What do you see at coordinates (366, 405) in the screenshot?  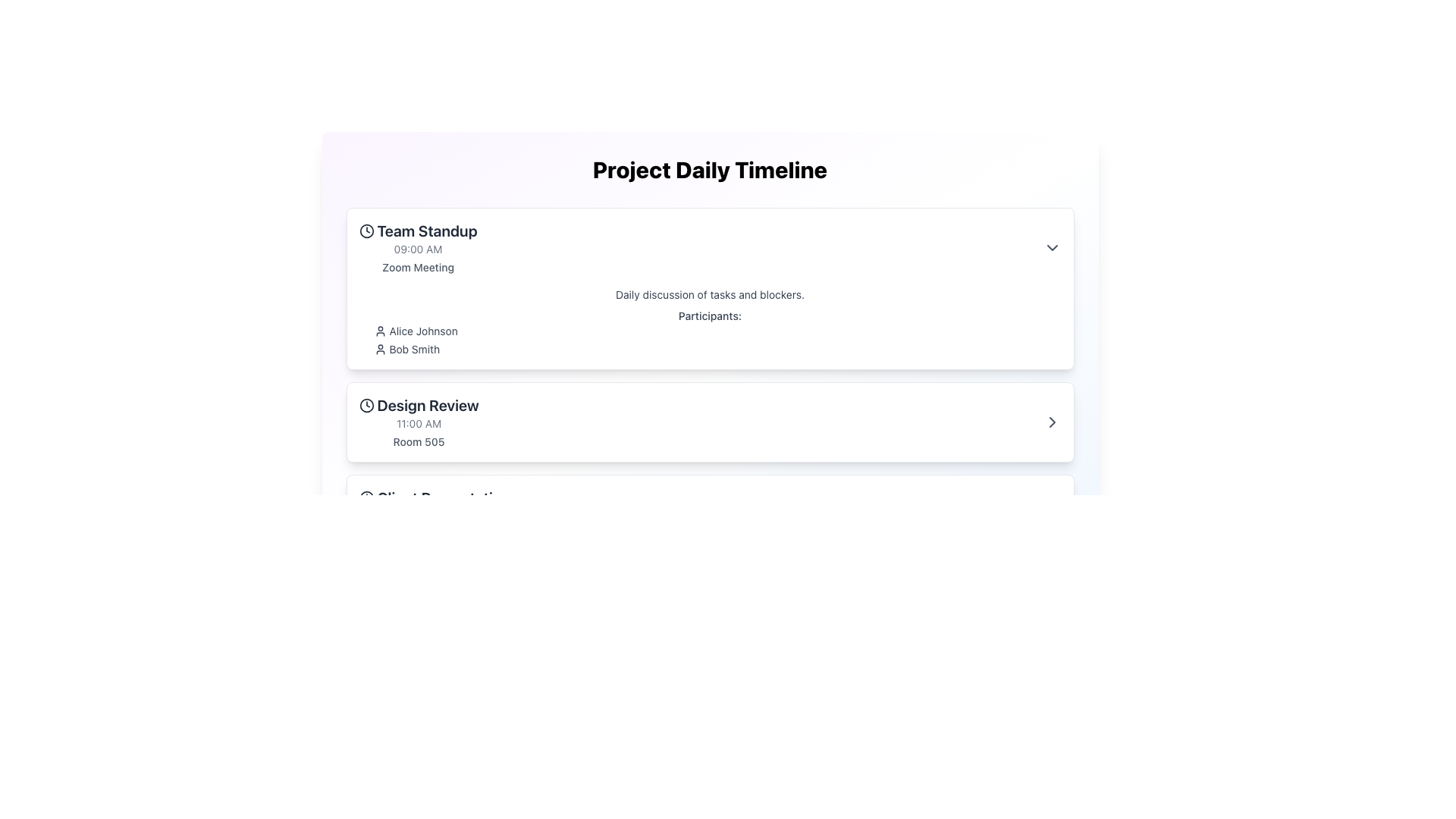 I see `the circular vector graphic located at the center of the clock icon within the card layout, which is positioned to the left of the 'Design Review' text` at bounding box center [366, 405].